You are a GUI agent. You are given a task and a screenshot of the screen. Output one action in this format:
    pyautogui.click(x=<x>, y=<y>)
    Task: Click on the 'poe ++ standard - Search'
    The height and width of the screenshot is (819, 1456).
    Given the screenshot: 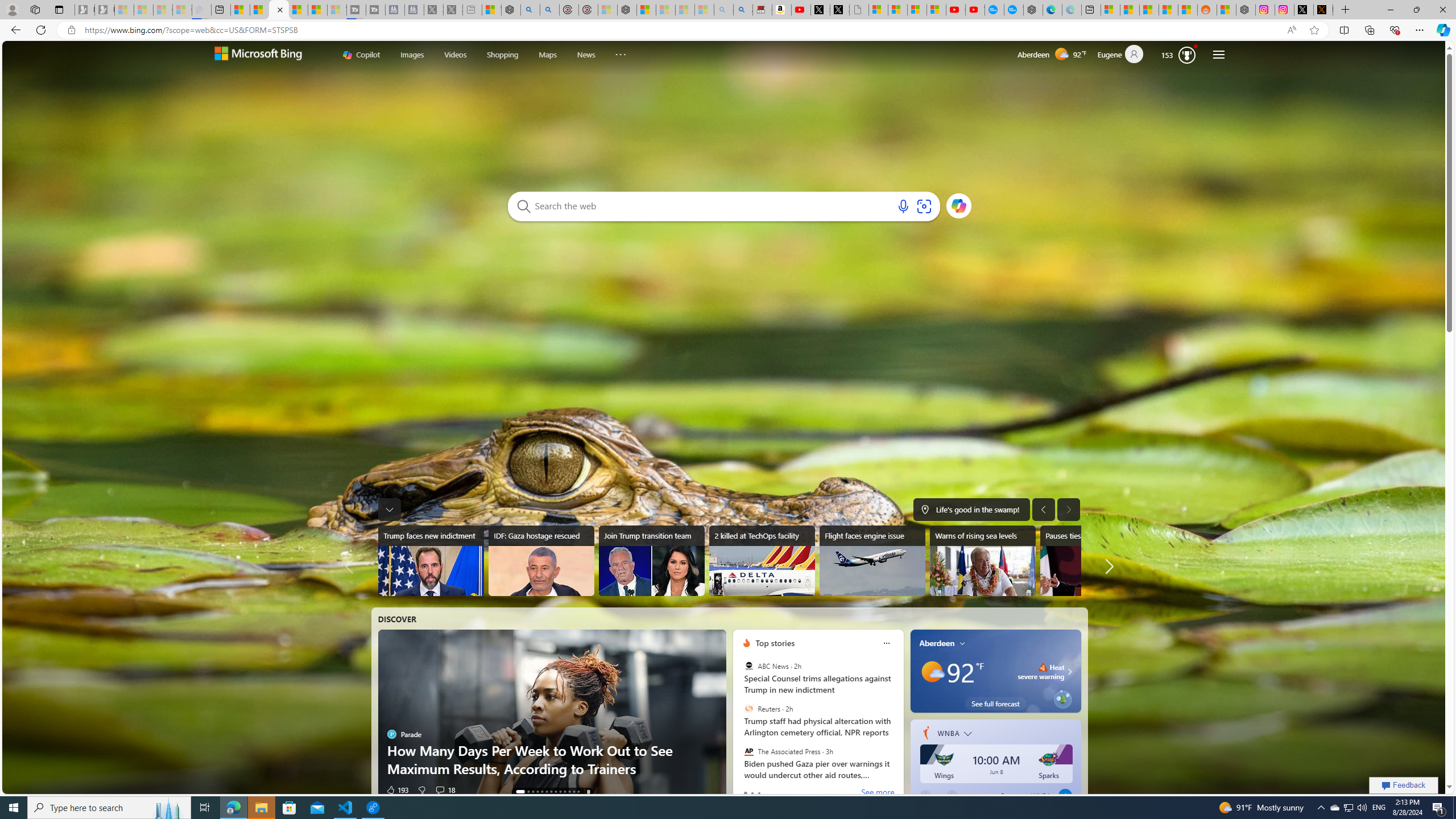 What is the action you would take?
    pyautogui.click(x=549, y=9)
    